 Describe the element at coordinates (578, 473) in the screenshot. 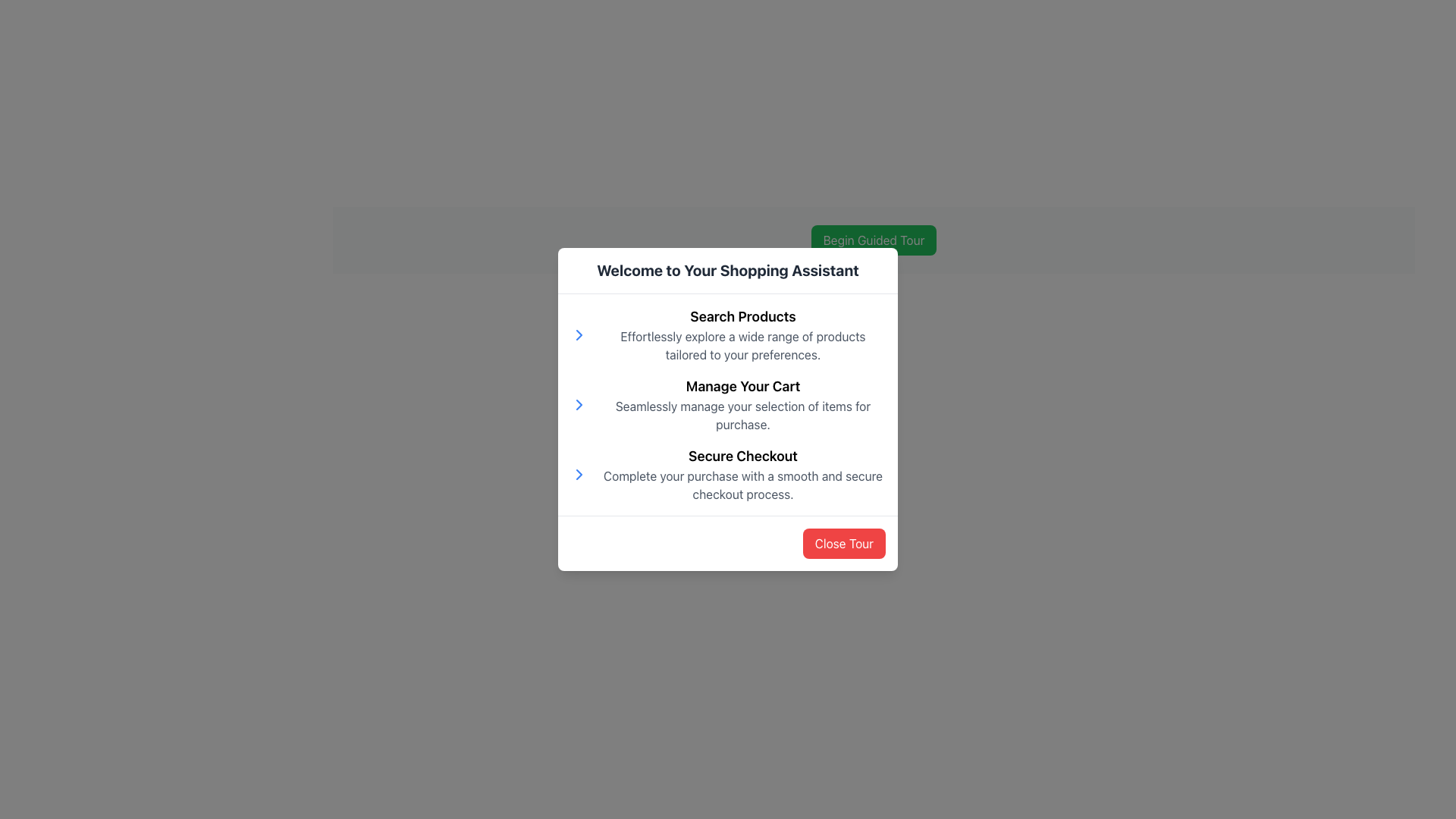

I see `the third chevron icon located to the right of the 'Secure Checkout' text` at that location.